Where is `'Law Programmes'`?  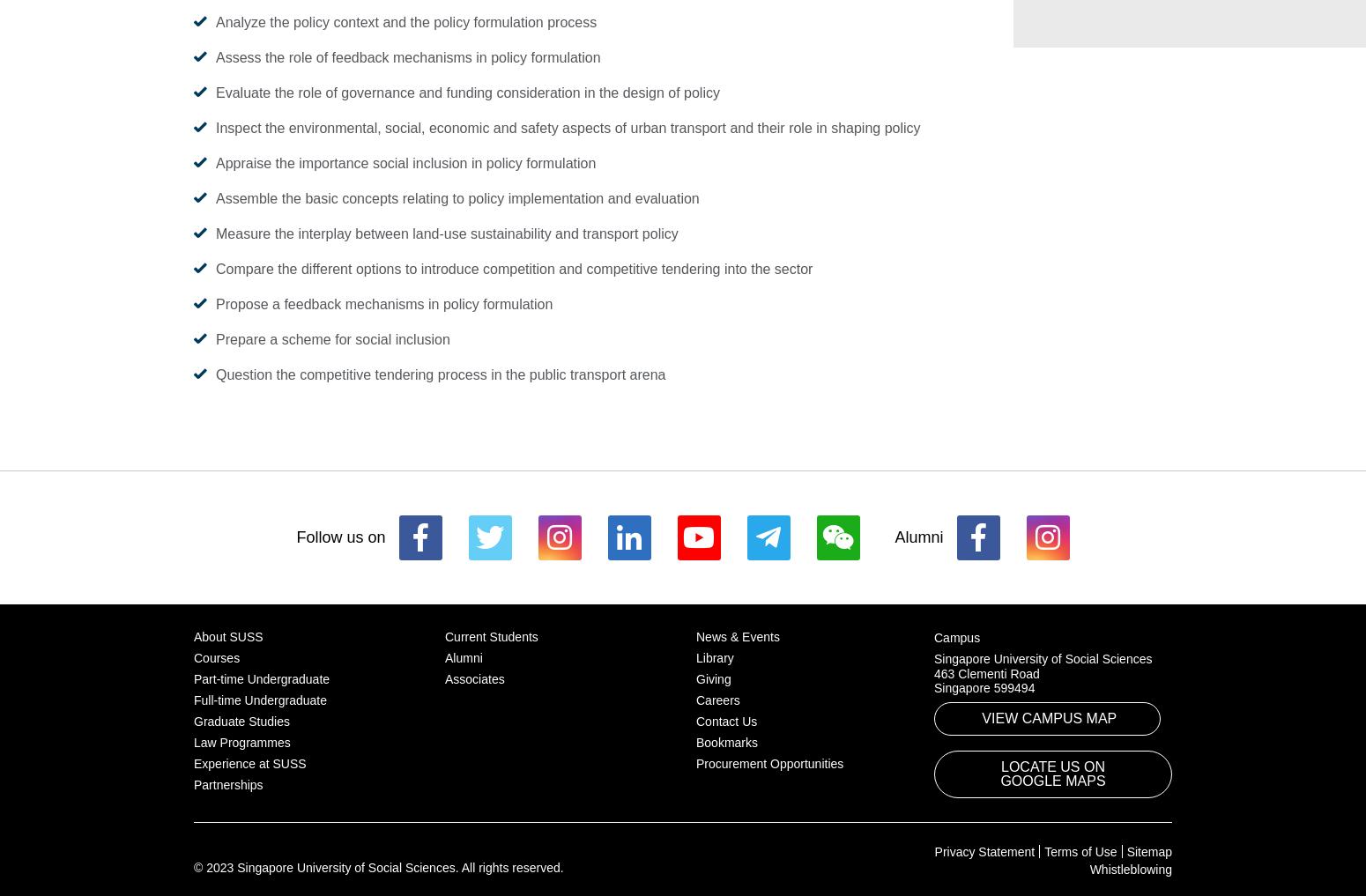 'Law Programmes' is located at coordinates (241, 740).